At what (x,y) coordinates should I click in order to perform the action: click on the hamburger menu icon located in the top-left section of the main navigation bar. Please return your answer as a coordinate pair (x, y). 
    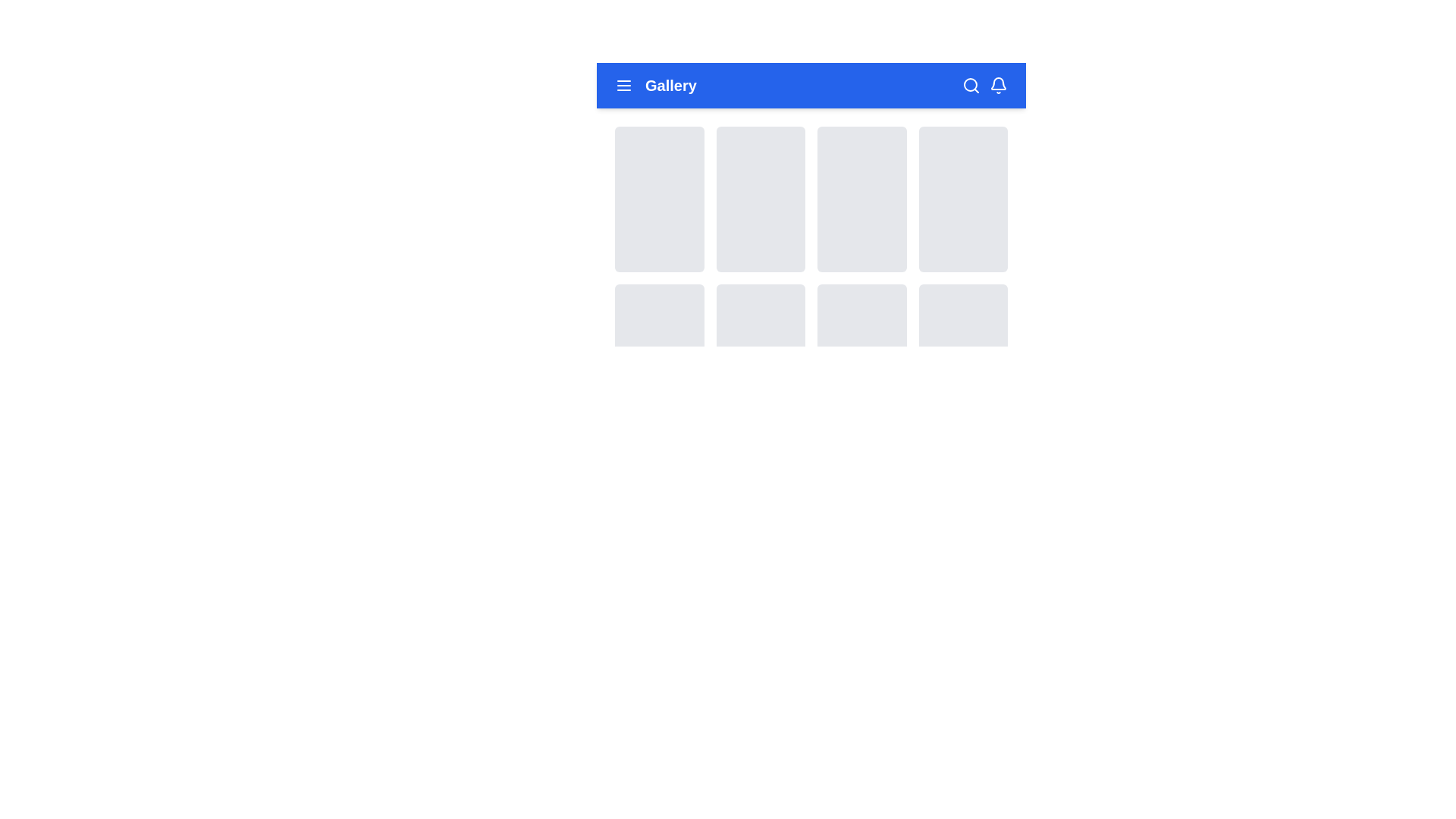
    Looking at the image, I should click on (623, 85).